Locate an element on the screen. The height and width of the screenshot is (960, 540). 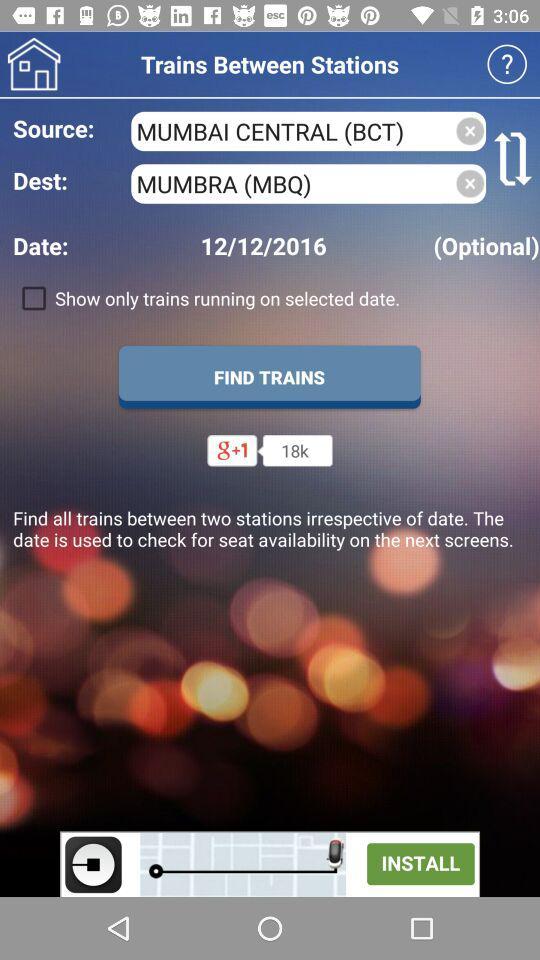
previous is located at coordinates (33, 64).